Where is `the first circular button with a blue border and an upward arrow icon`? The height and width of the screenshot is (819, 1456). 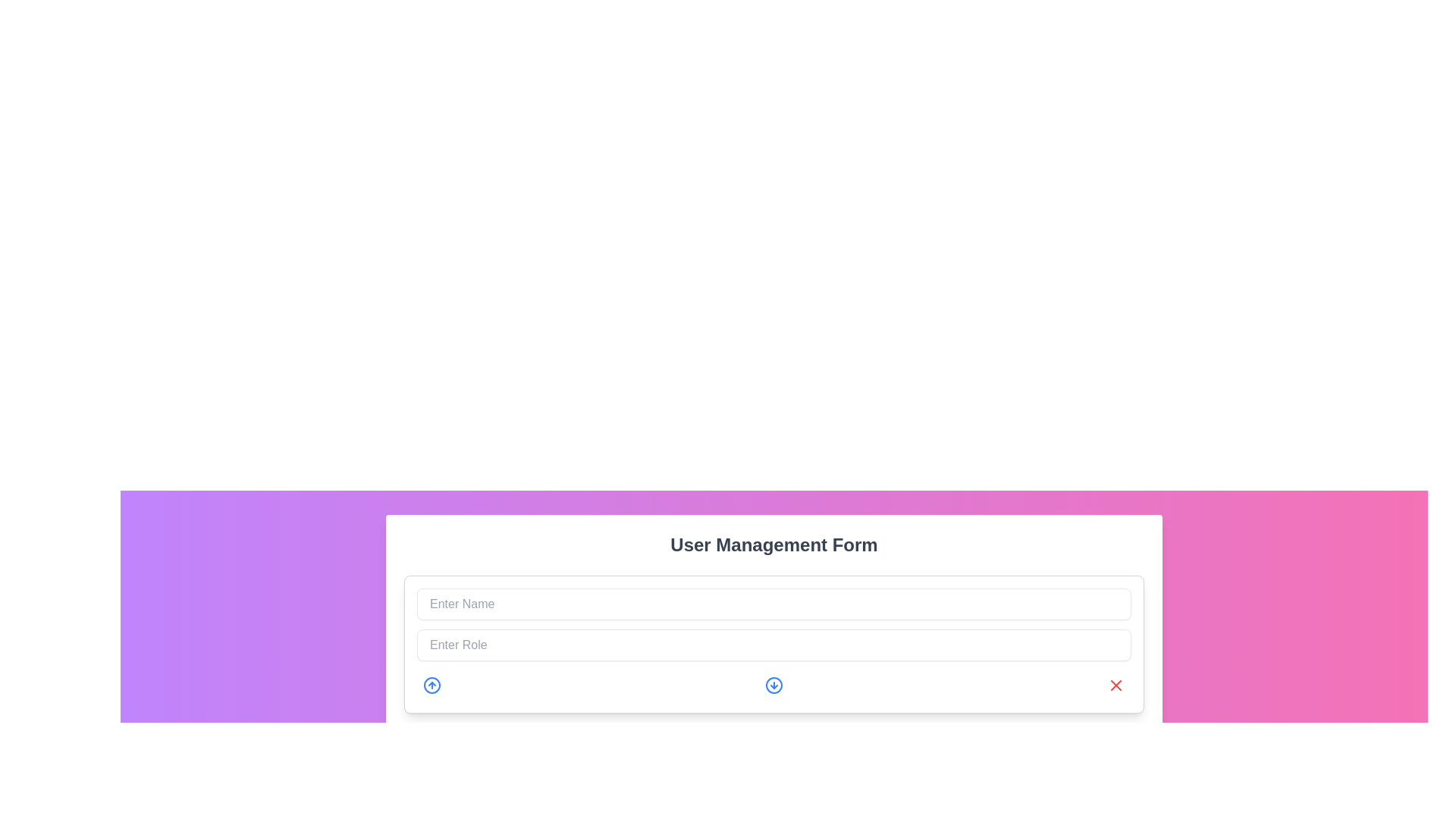
the first circular button with a blue border and an upward arrow icon is located at coordinates (431, 685).